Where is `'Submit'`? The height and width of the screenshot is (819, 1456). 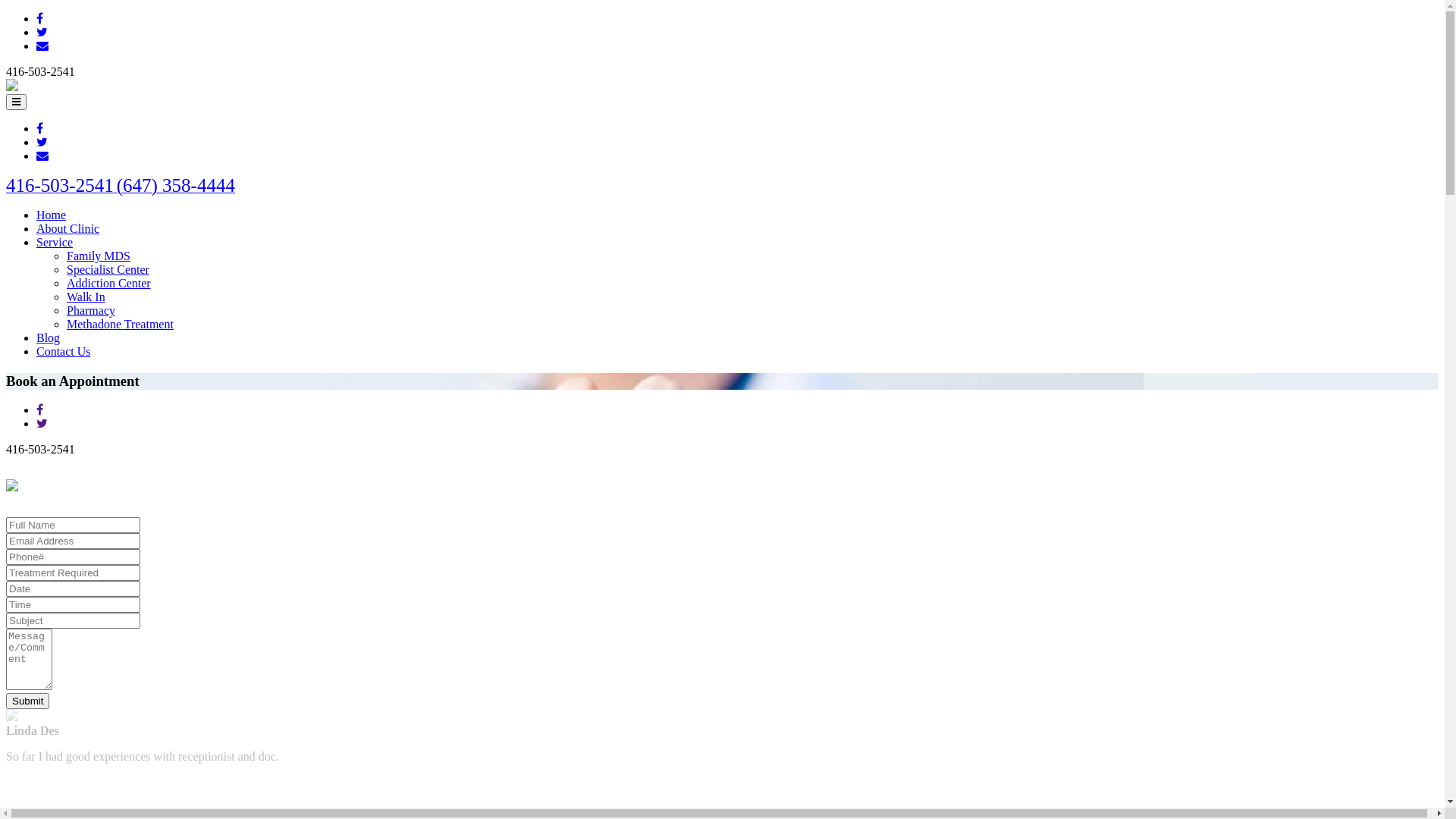 'Submit' is located at coordinates (27, 701).